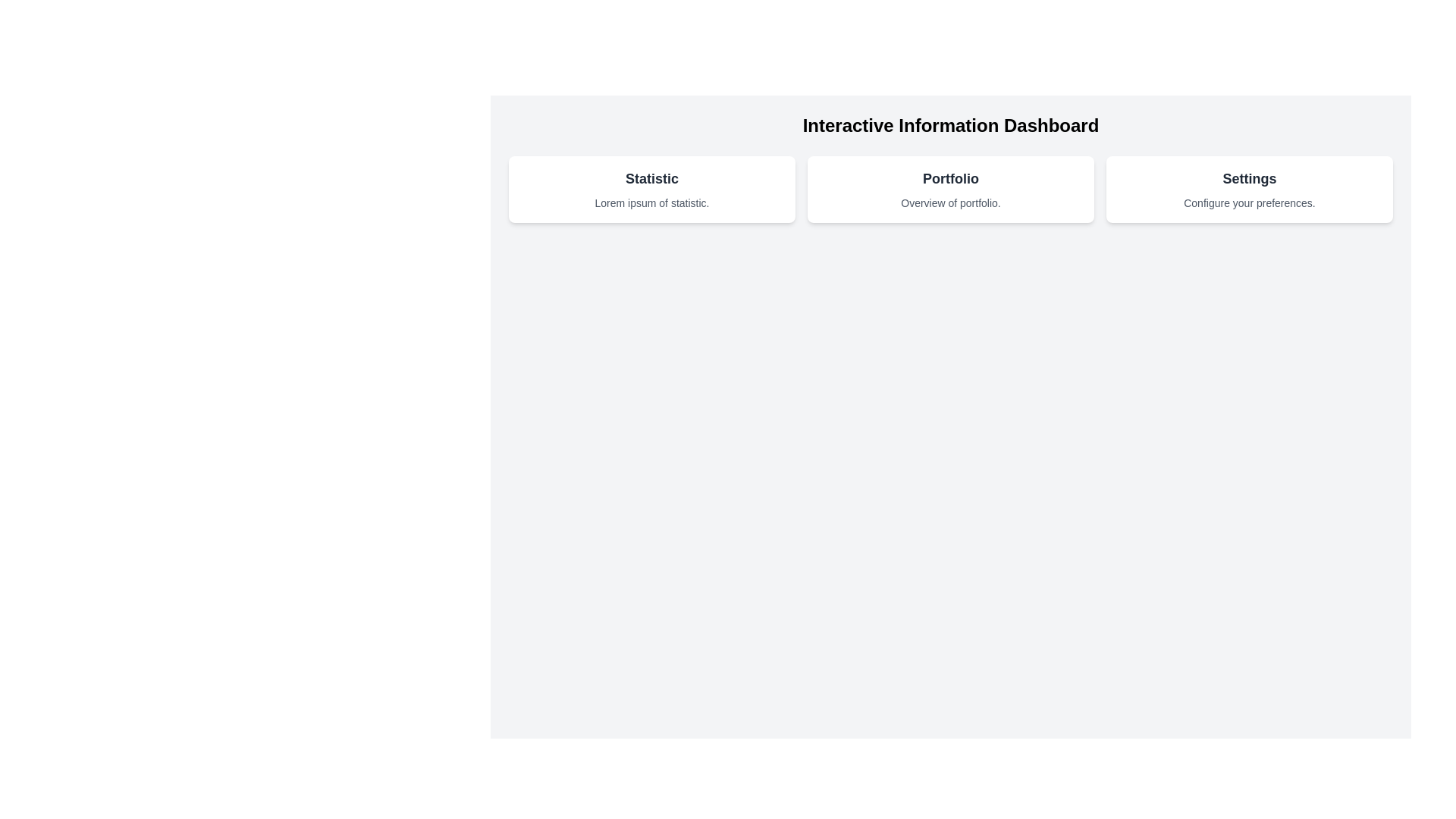 This screenshot has height=819, width=1456. Describe the element at coordinates (651, 189) in the screenshot. I see `the card labeled 'Statistic' to observe the hover effect` at that location.